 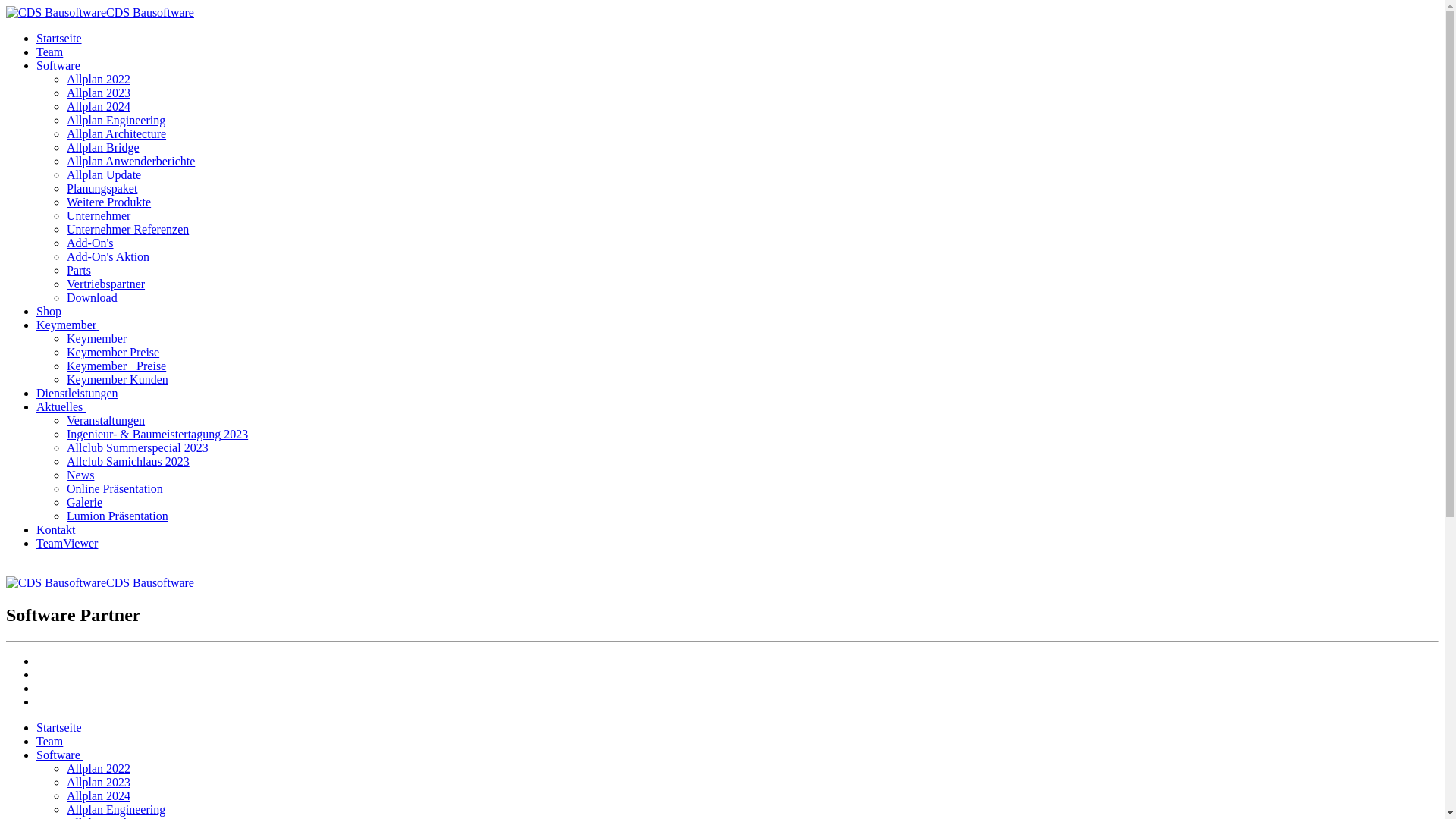 What do you see at coordinates (116, 378) in the screenshot?
I see `'Keymember Kunden'` at bounding box center [116, 378].